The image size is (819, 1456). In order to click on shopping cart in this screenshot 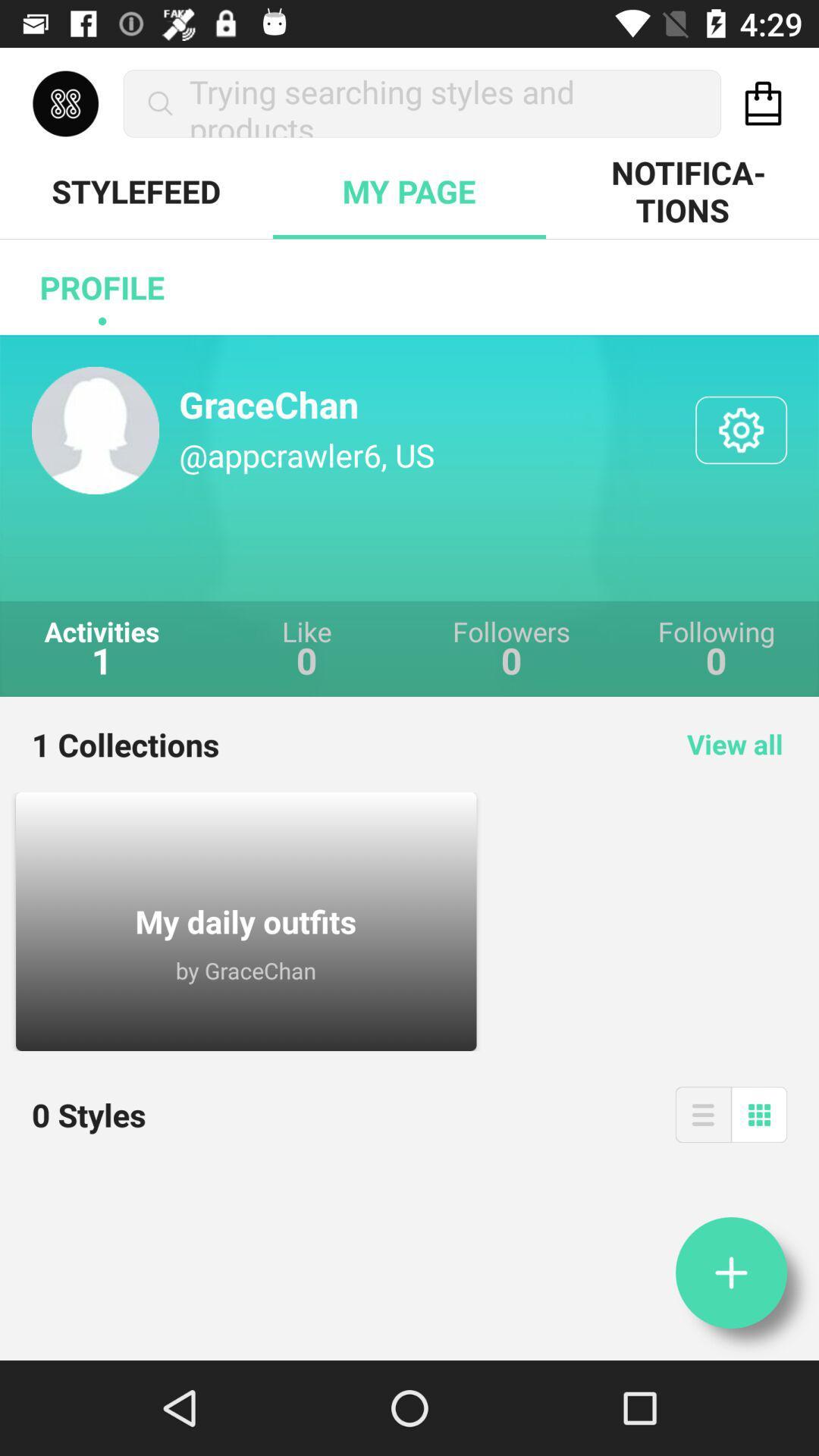, I will do `click(763, 102)`.